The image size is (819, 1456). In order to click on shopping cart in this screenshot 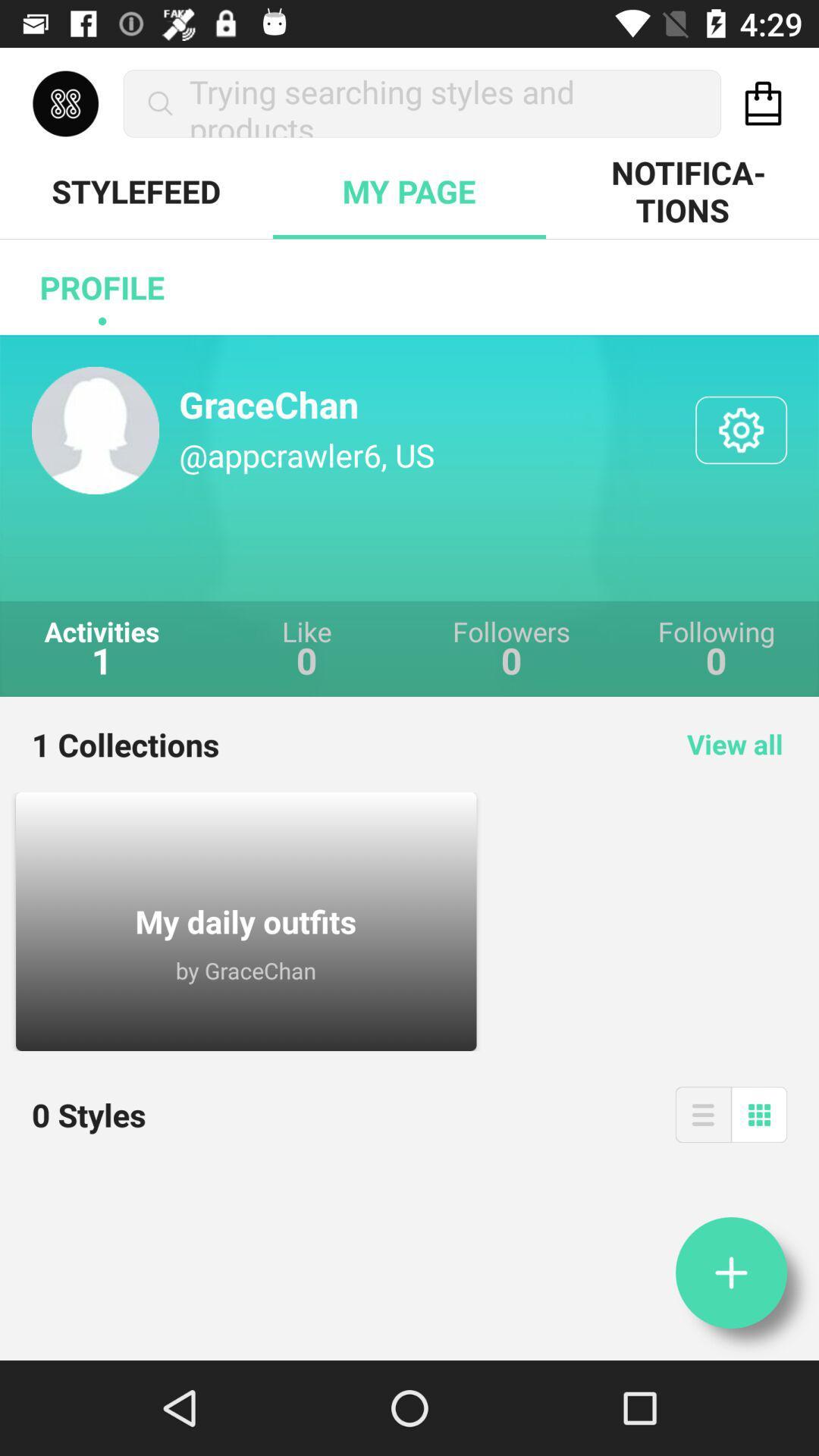, I will do `click(763, 102)`.